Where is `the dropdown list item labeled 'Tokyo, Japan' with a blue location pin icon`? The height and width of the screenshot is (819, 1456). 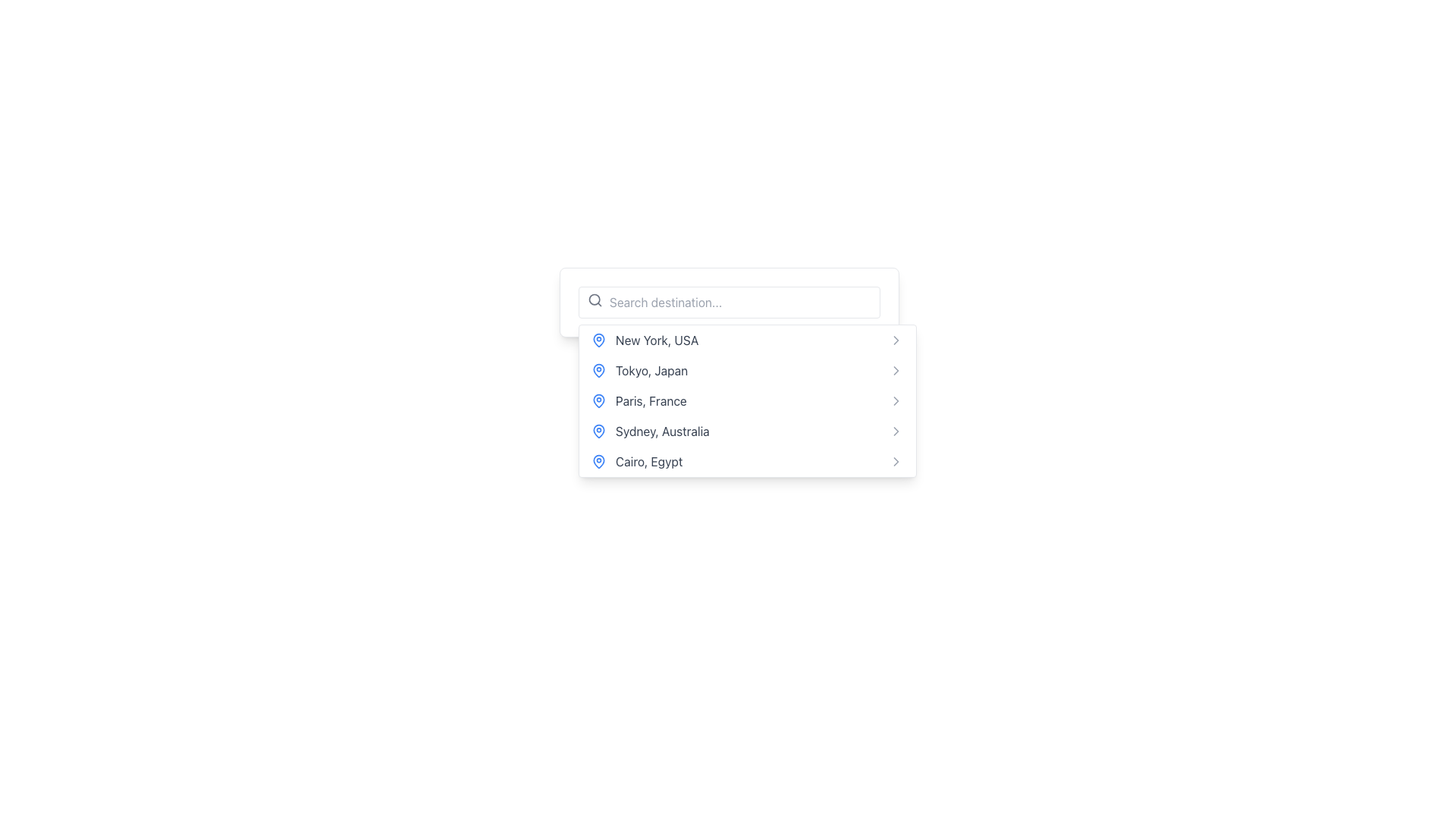 the dropdown list item labeled 'Tokyo, Japan' with a blue location pin icon is located at coordinates (639, 371).